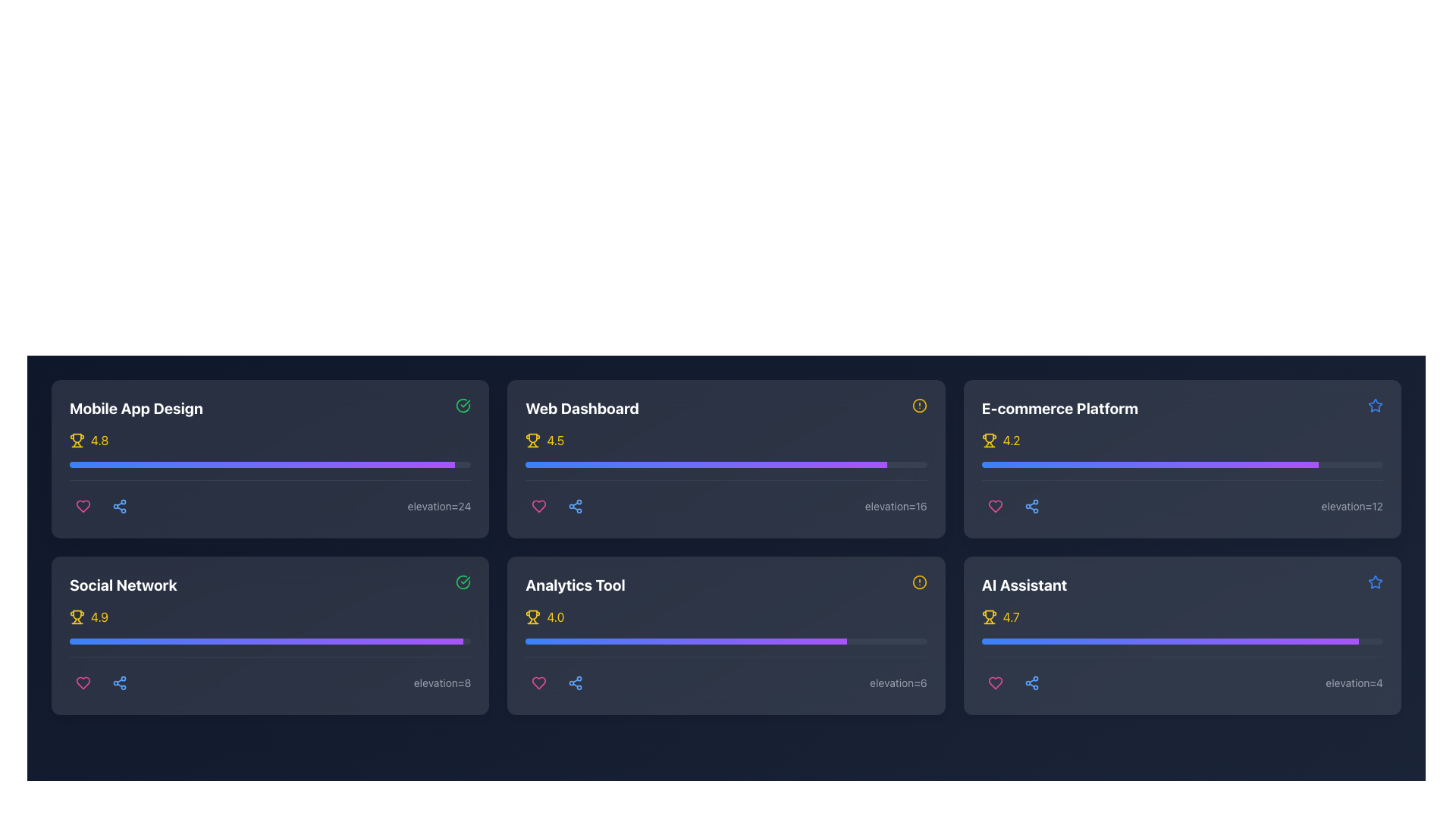 The image size is (1456, 819). What do you see at coordinates (1181, 641) in the screenshot?
I see `the horizontal progress bar with a gradient transitioning from blue to purple located in the 'AI Assistant' card, situated in the bottom-right section of the interface grid` at bounding box center [1181, 641].